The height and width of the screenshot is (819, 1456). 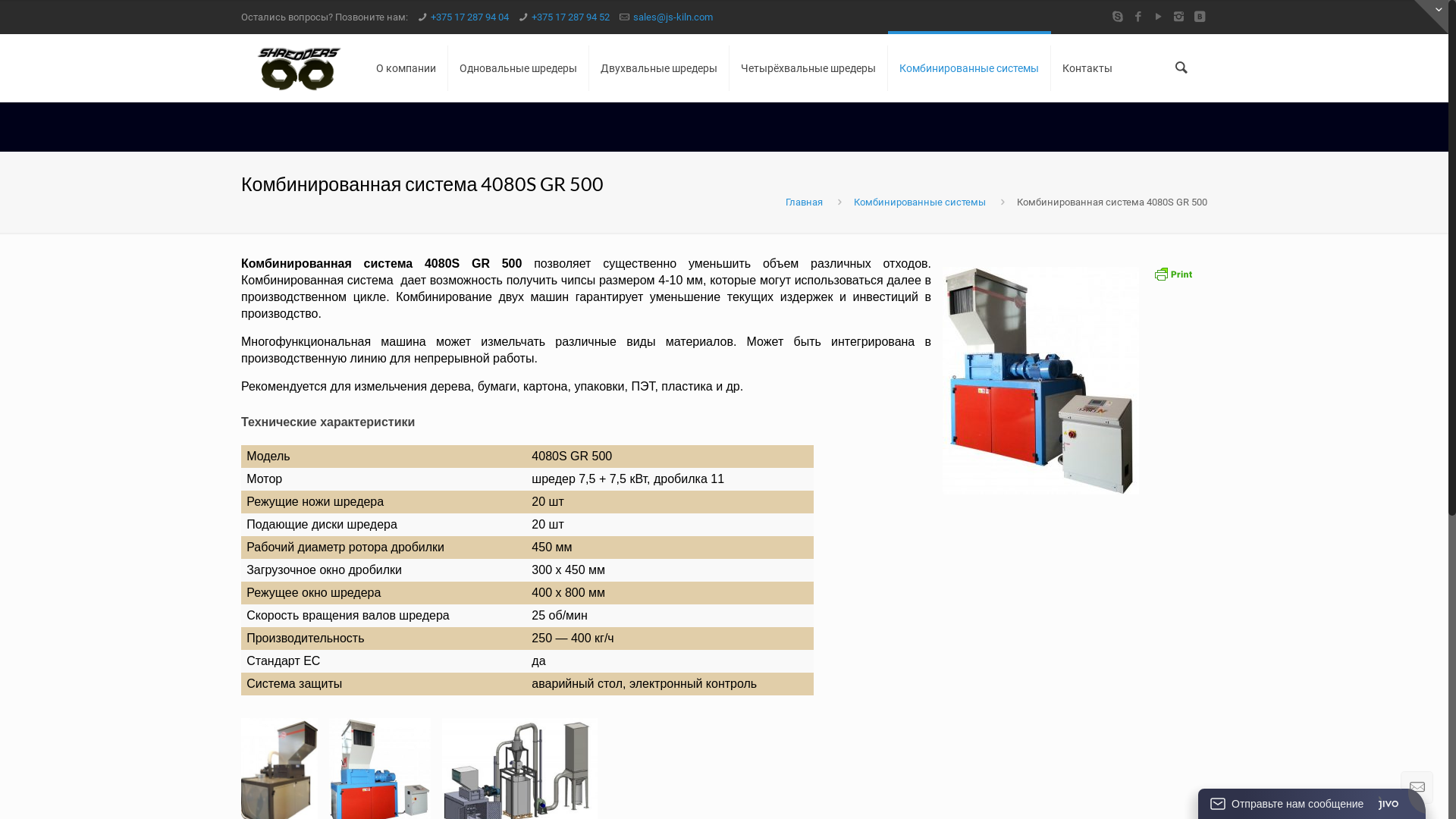 What do you see at coordinates (1157, 17) in the screenshot?
I see `'YouTube'` at bounding box center [1157, 17].